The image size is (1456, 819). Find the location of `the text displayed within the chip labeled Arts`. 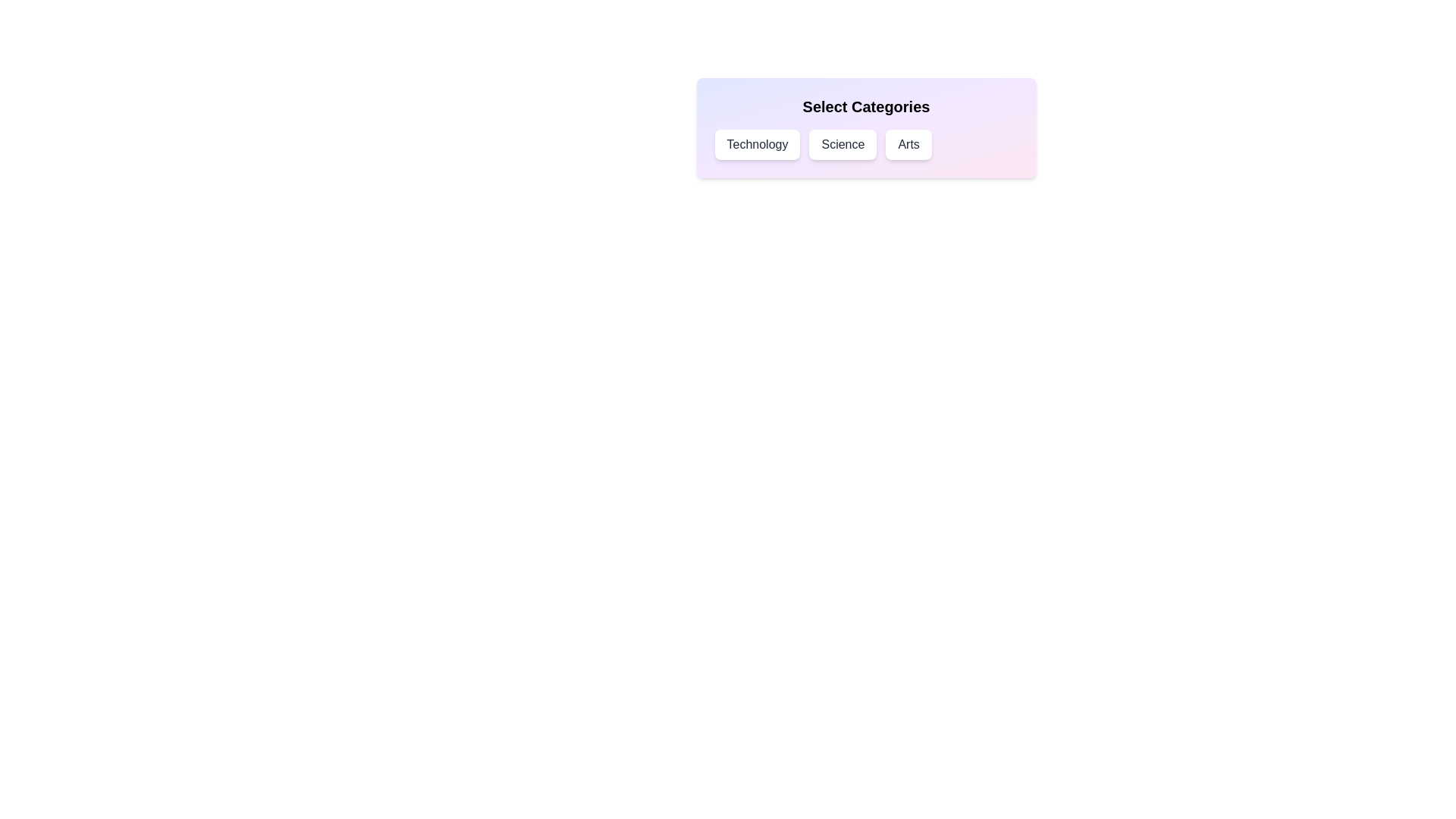

the text displayed within the chip labeled Arts is located at coordinates (908, 145).